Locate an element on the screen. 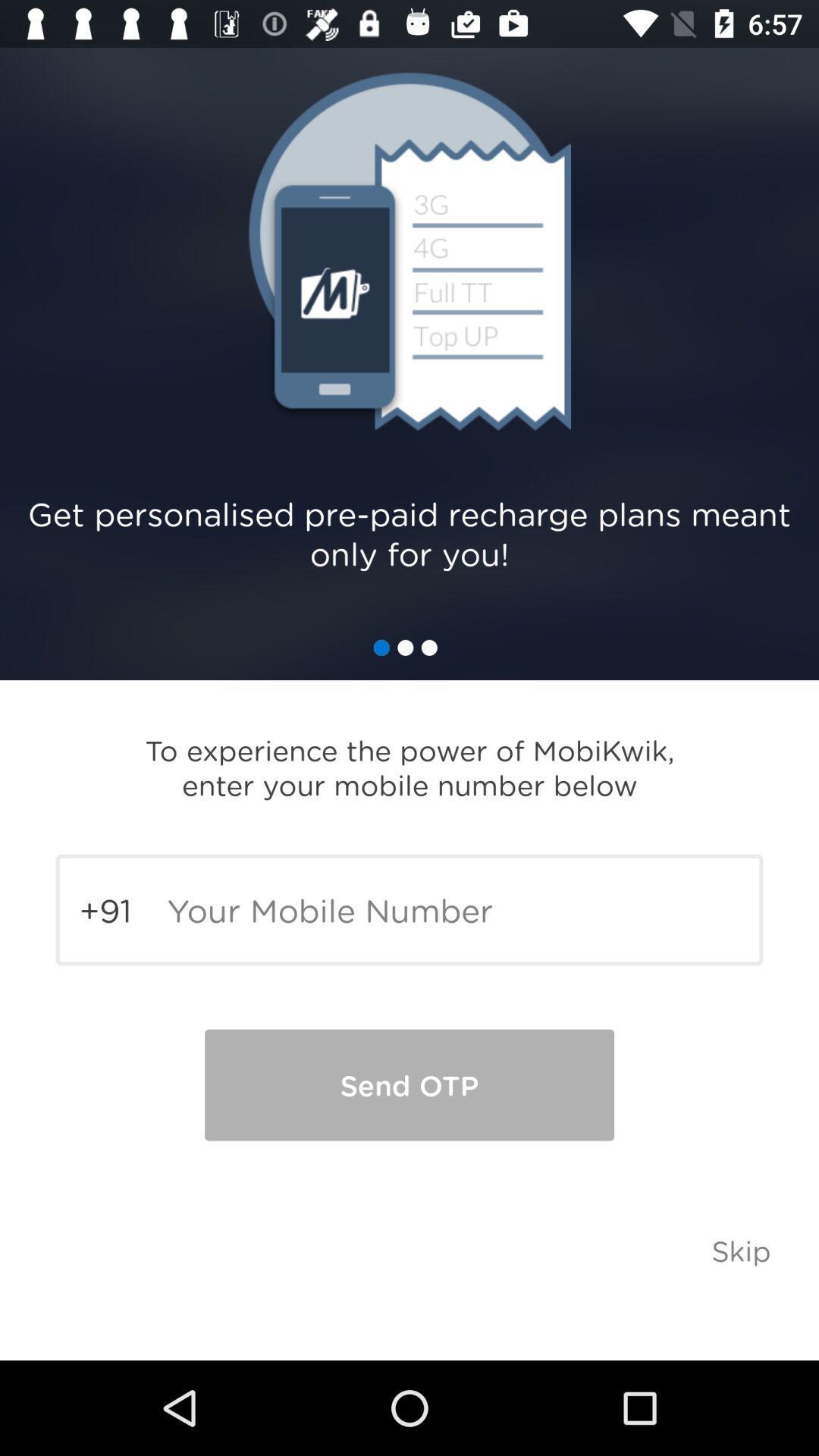 Image resolution: width=819 pixels, height=1456 pixels. the mobile number is located at coordinates (409, 910).